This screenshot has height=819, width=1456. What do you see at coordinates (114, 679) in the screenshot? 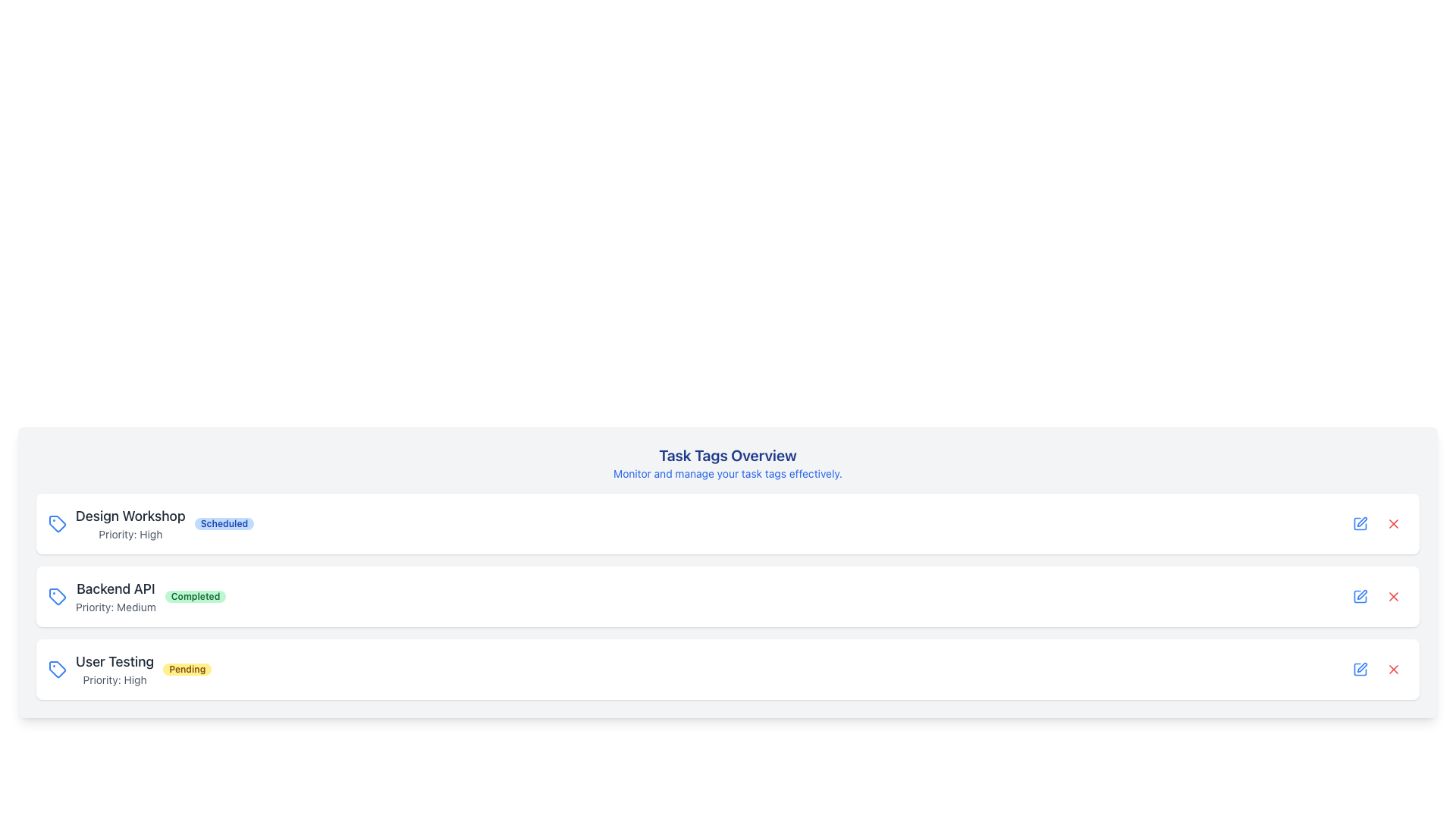
I see `the text label displaying 'Priority: High', which is located below the 'User Testing' label in the lower-left section of its containing card` at bounding box center [114, 679].